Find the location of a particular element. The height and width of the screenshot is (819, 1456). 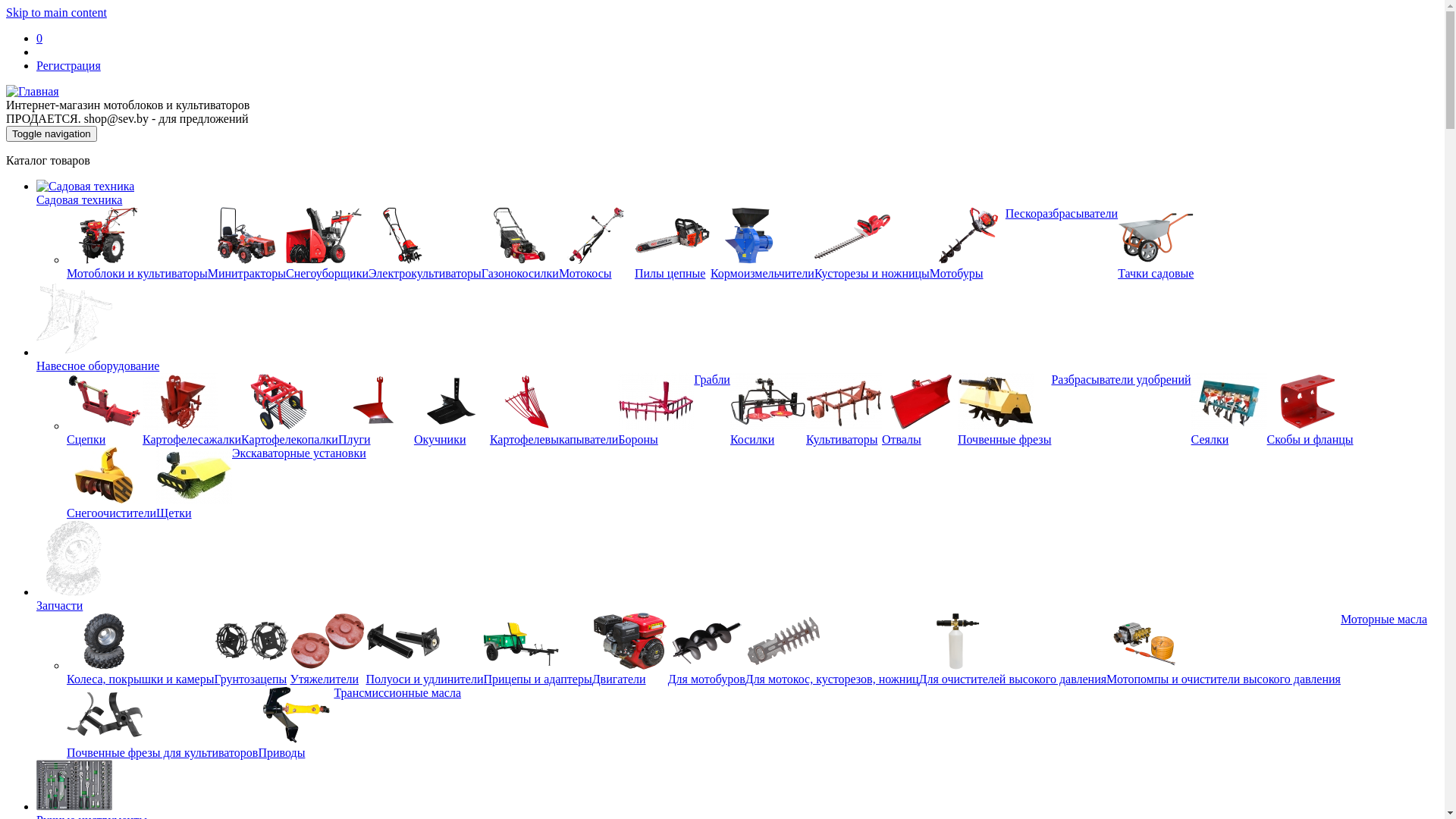

'Toggle navigation' is located at coordinates (51, 133).